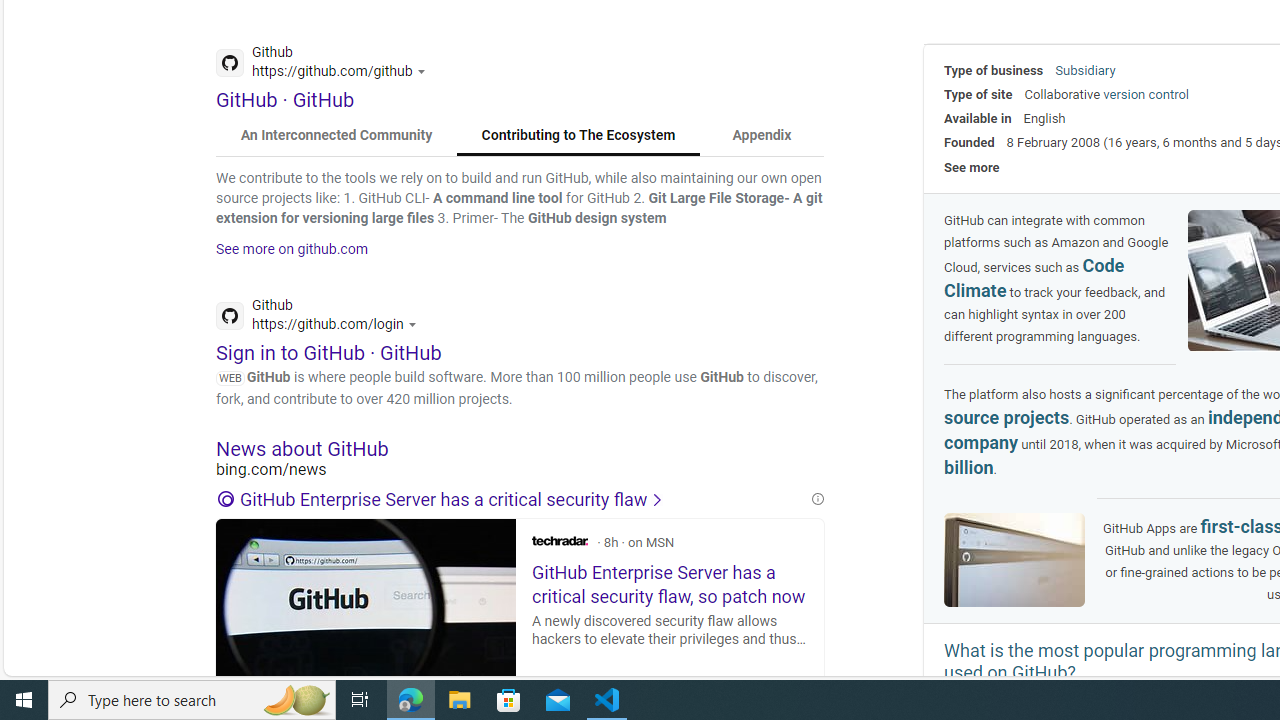 The width and height of the screenshot is (1280, 720). What do you see at coordinates (1084, 69) in the screenshot?
I see `'Subsidiary'` at bounding box center [1084, 69].